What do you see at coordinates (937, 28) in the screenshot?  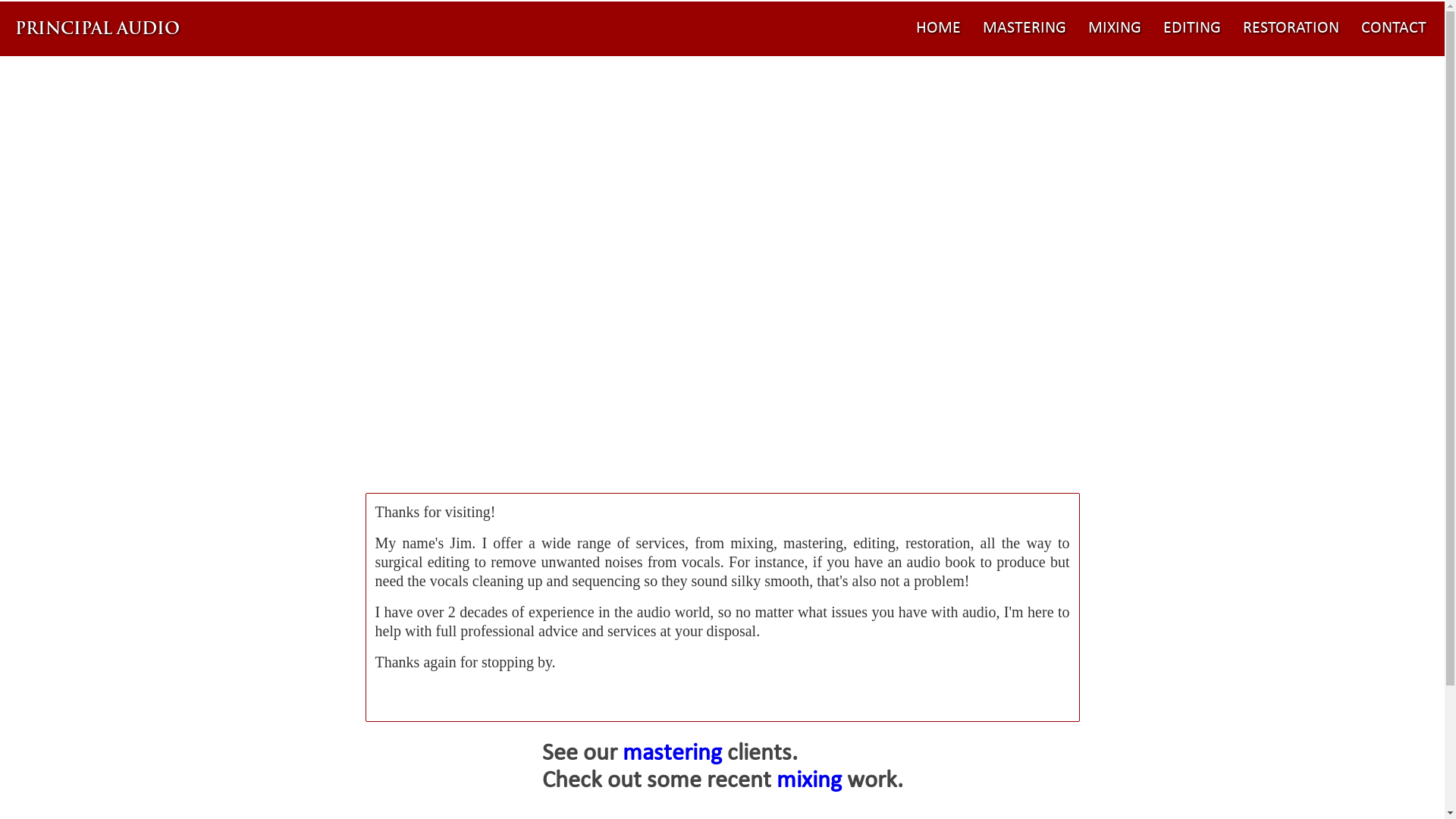 I see `'HOME'` at bounding box center [937, 28].